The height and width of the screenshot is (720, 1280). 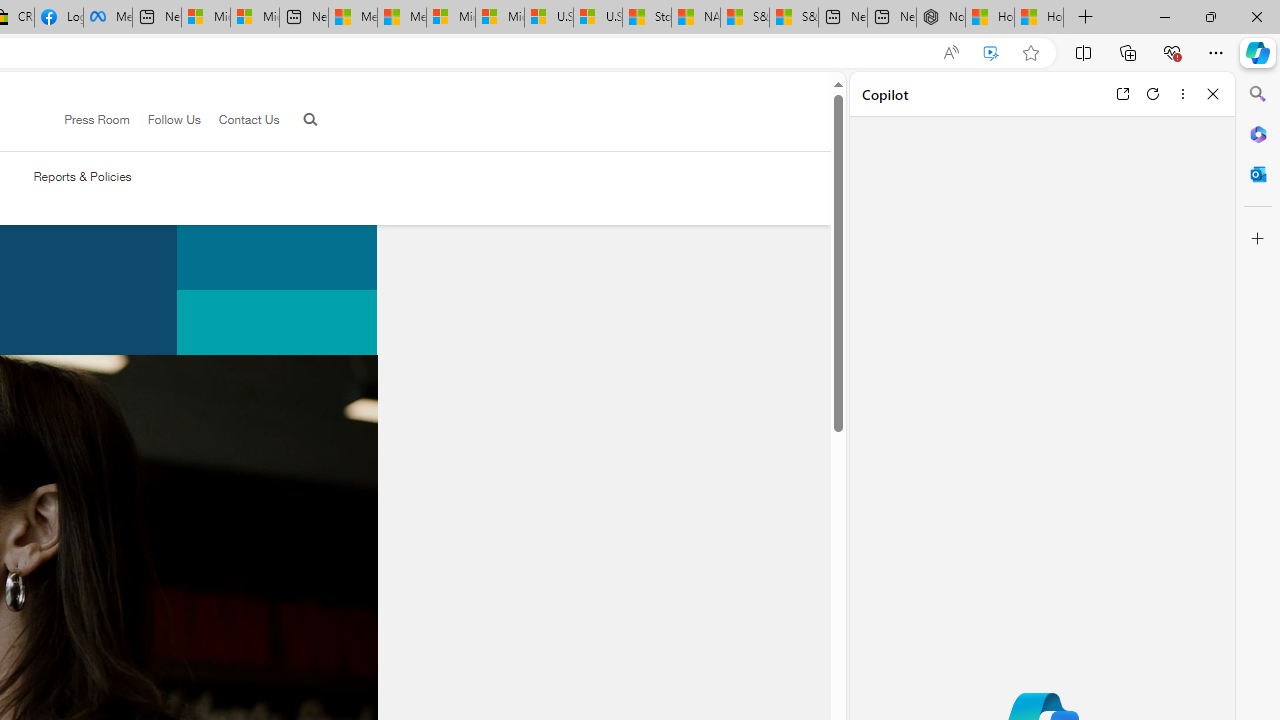 I want to click on 'Press Room', so click(x=87, y=120).